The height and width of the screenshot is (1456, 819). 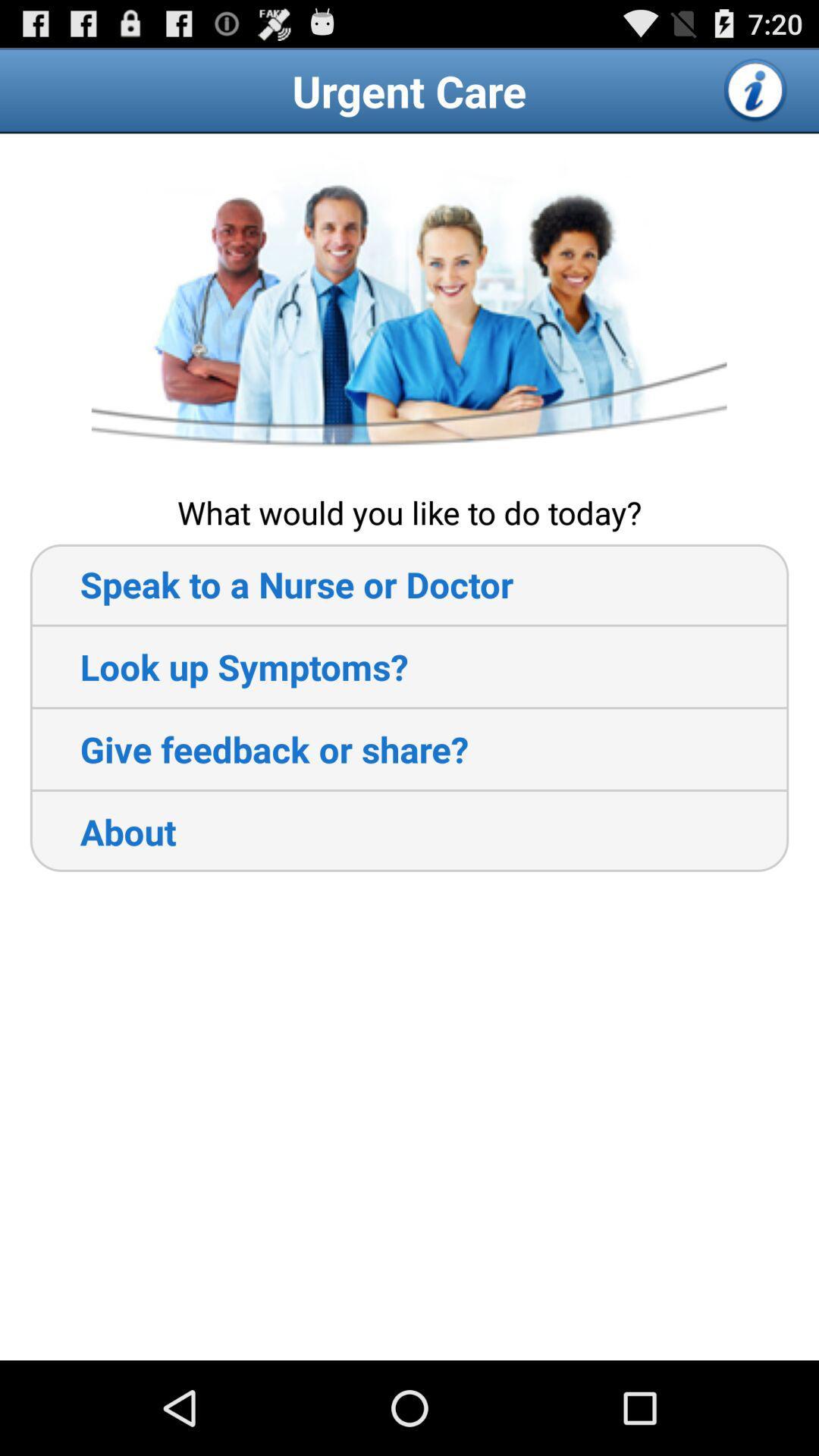 What do you see at coordinates (756, 89) in the screenshot?
I see `information` at bounding box center [756, 89].